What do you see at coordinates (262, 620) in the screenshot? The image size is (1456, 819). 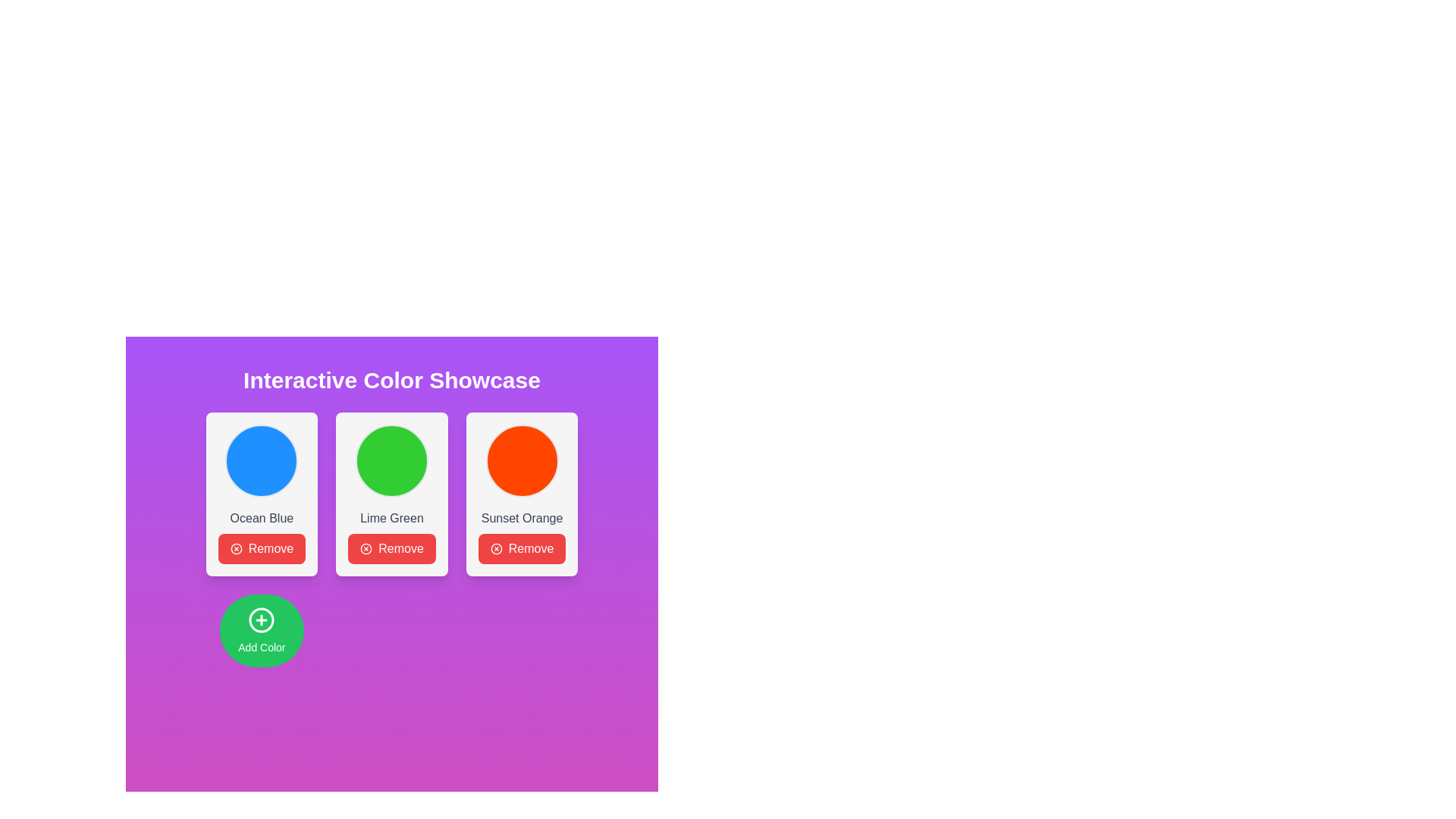 I see `the icon within the green 'Add Color' button` at bounding box center [262, 620].